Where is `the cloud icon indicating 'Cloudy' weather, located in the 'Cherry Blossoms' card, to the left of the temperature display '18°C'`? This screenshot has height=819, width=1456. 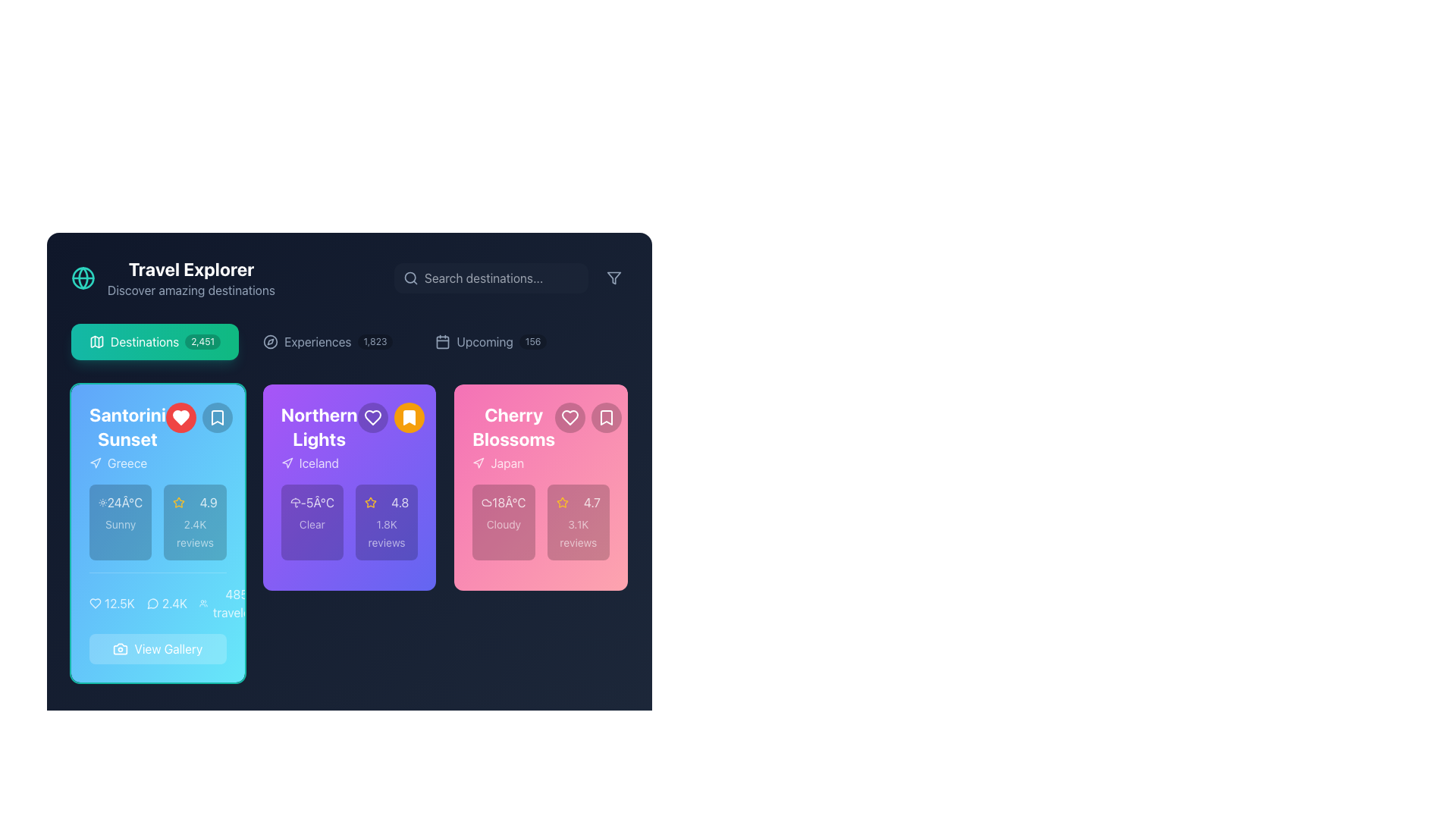 the cloud icon indicating 'Cloudy' weather, located in the 'Cherry Blossoms' card, to the left of the temperature display '18°C' is located at coordinates (487, 503).